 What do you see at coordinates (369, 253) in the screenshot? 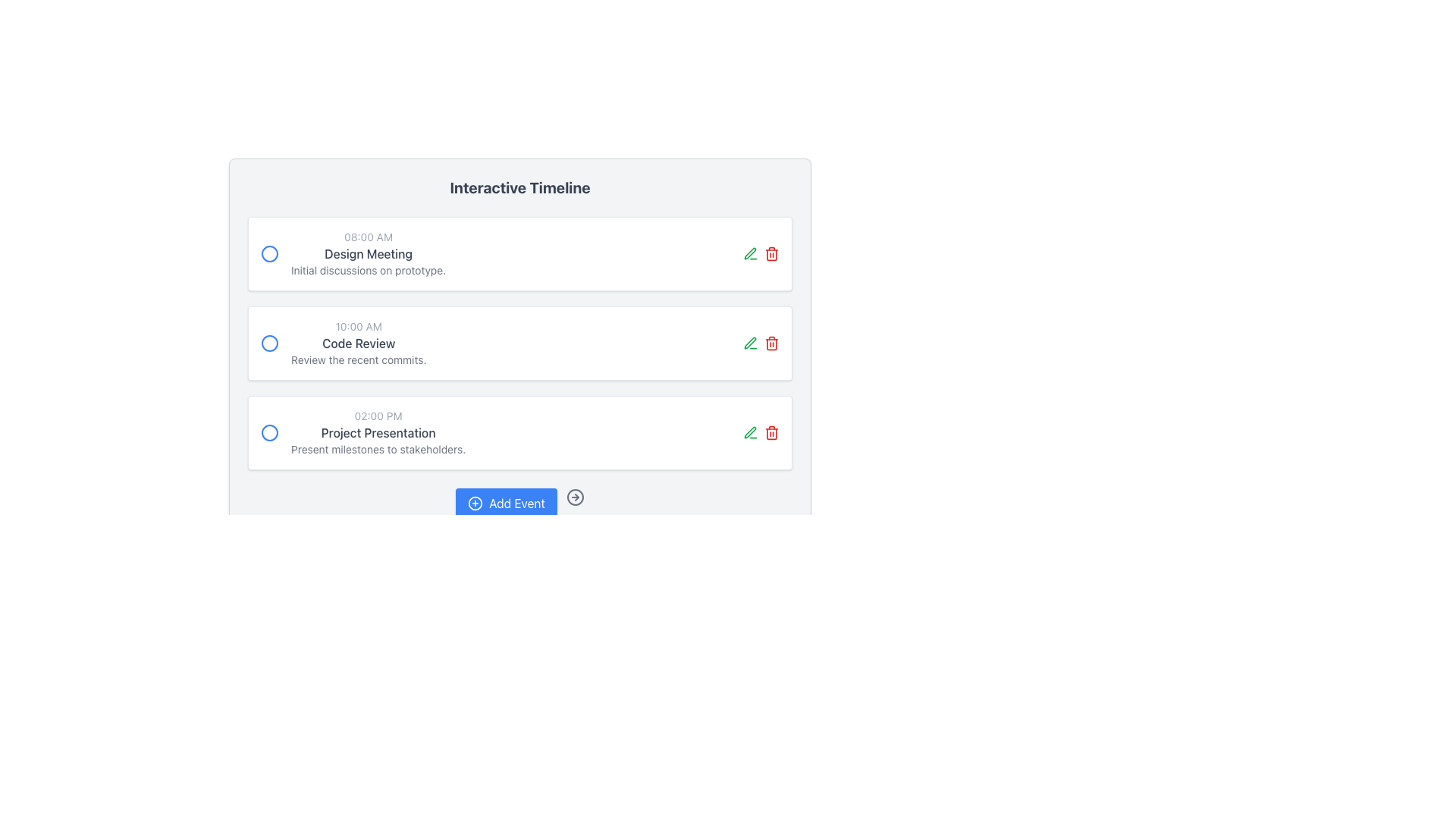
I see `the text display element that shows '08:00 AM', 'Design Meeting', and 'Initial discussions on prototype', which is the first entry in the vertical timeline list` at bounding box center [369, 253].